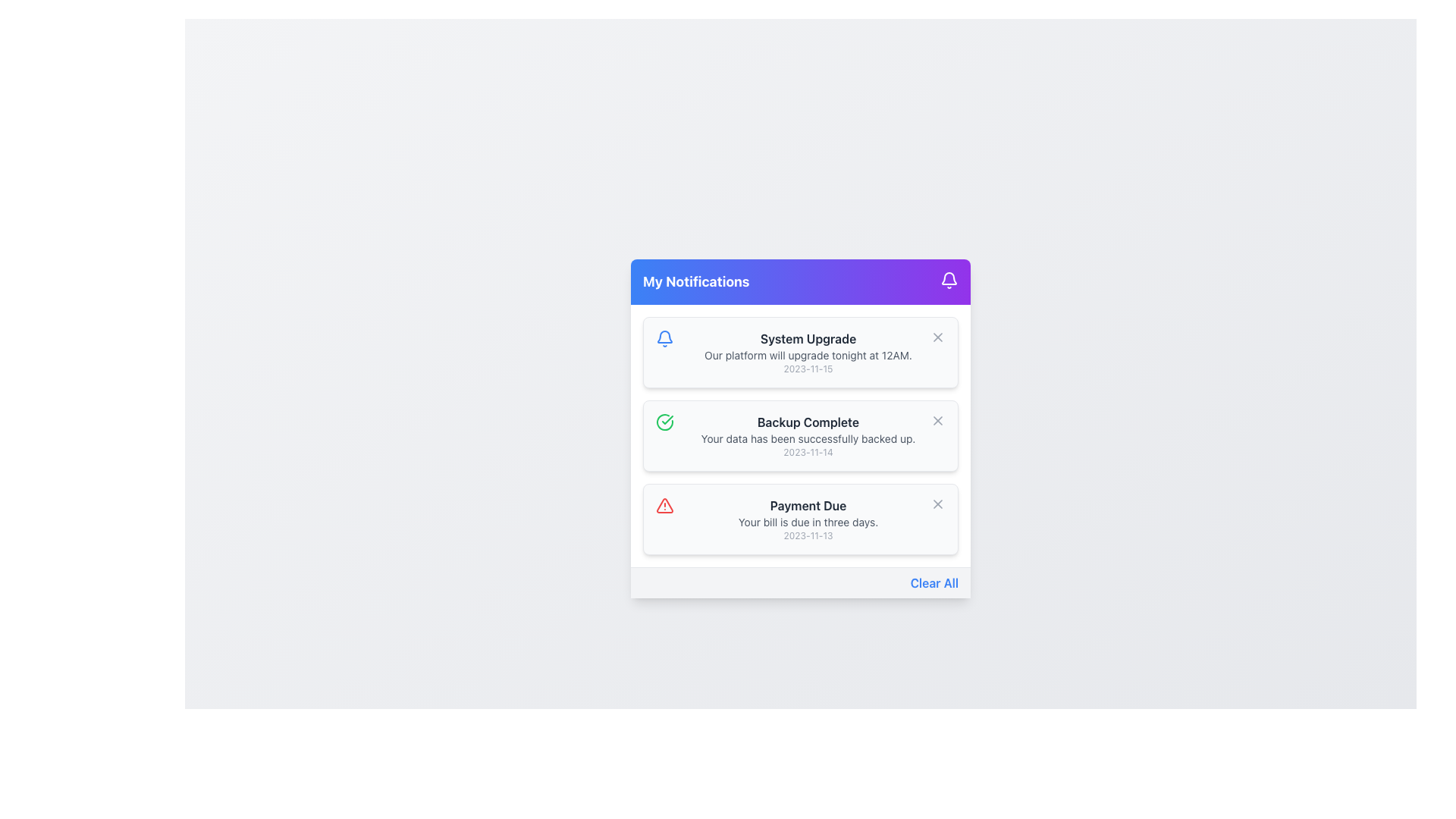  What do you see at coordinates (937, 420) in the screenshot?
I see `the dismiss button located at the top-right corner of the 'Backup Complete' notification card to change its color to red` at bounding box center [937, 420].